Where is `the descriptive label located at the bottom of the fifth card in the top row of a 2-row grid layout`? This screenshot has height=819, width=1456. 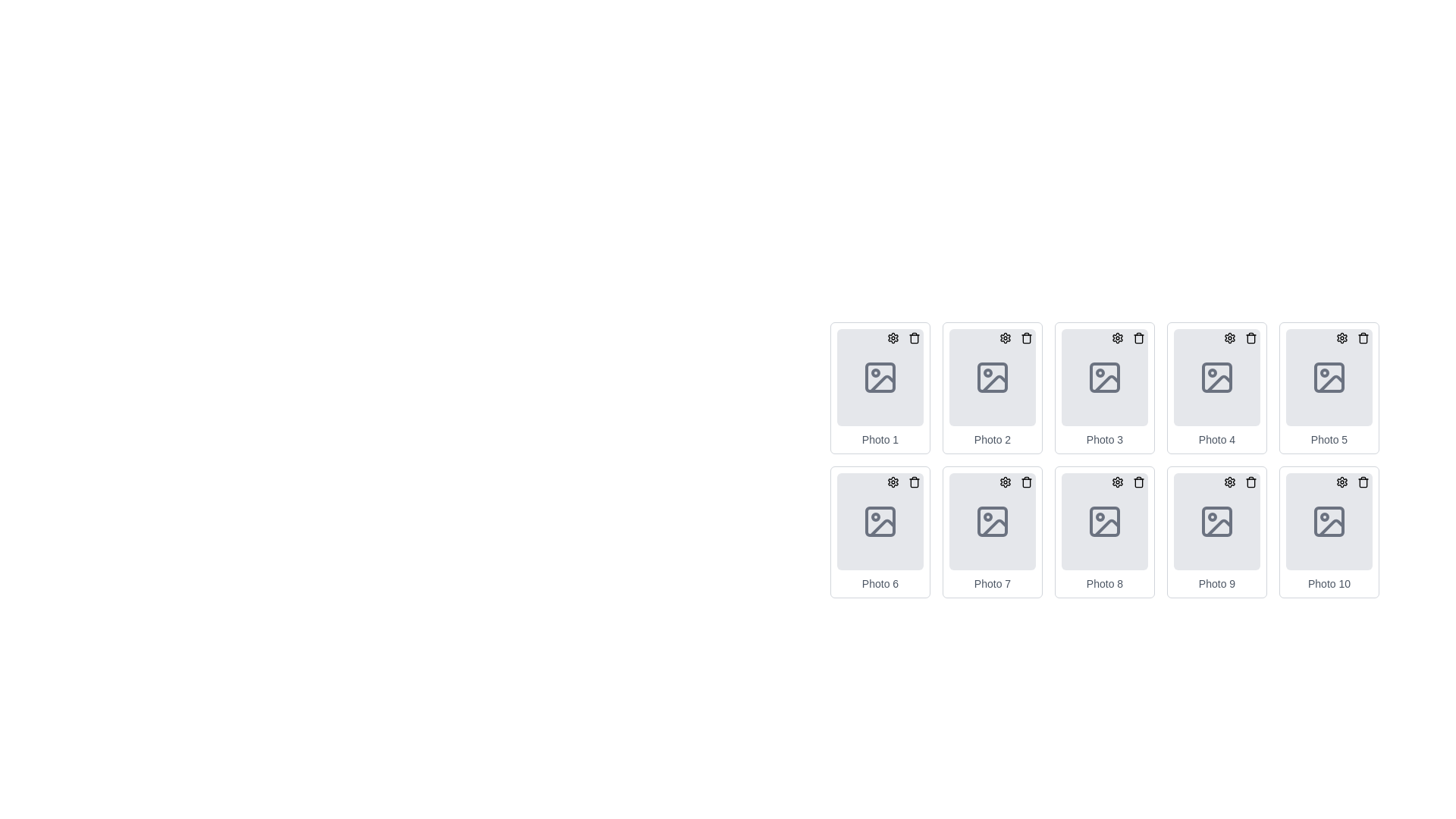
the descriptive label located at the bottom of the fifth card in the top row of a 2-row grid layout is located at coordinates (1328, 439).